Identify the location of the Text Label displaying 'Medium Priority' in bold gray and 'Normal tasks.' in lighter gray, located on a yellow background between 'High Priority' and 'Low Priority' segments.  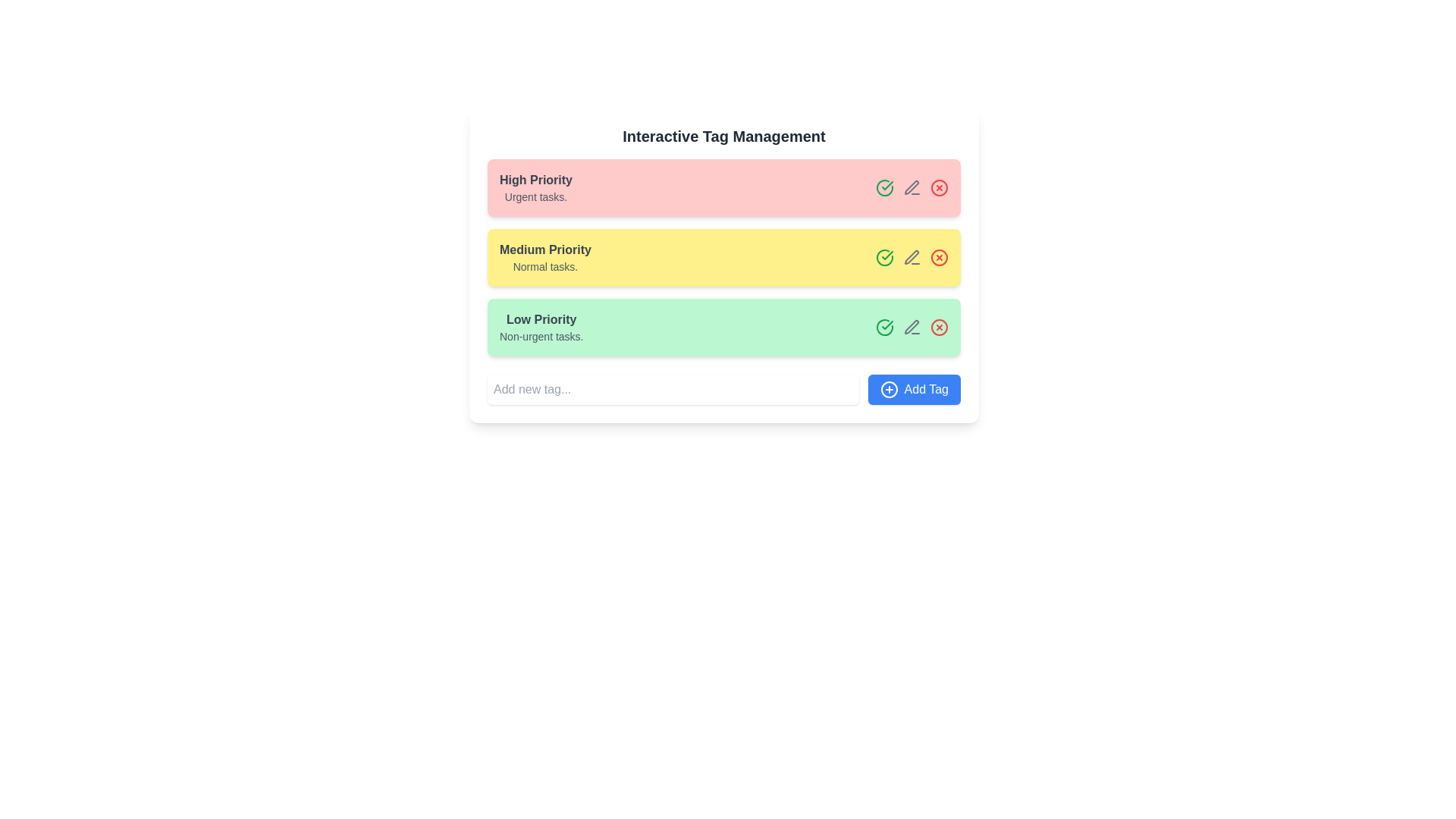
(545, 256).